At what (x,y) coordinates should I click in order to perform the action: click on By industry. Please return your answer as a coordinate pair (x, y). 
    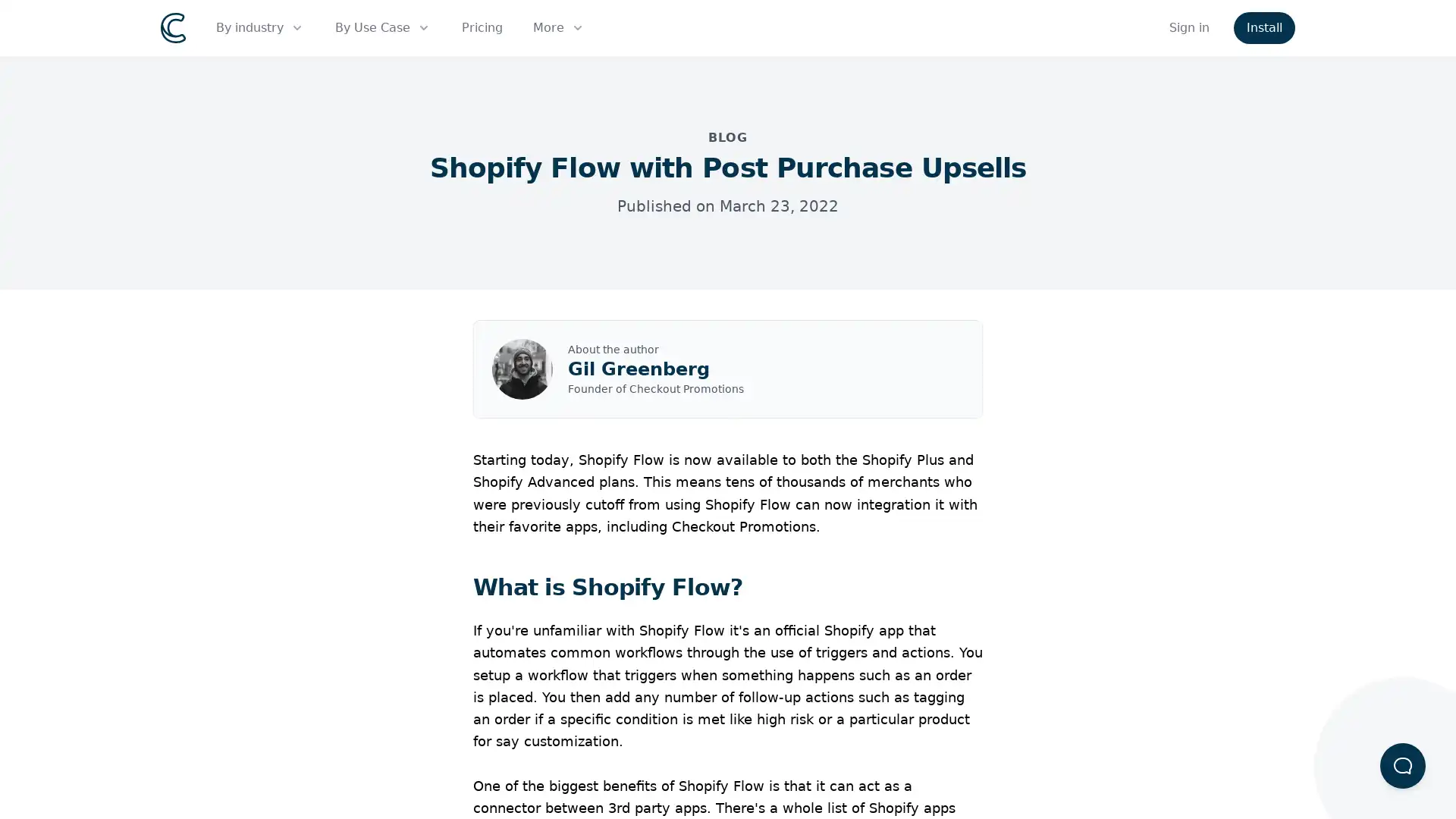
    Looking at the image, I should click on (260, 28).